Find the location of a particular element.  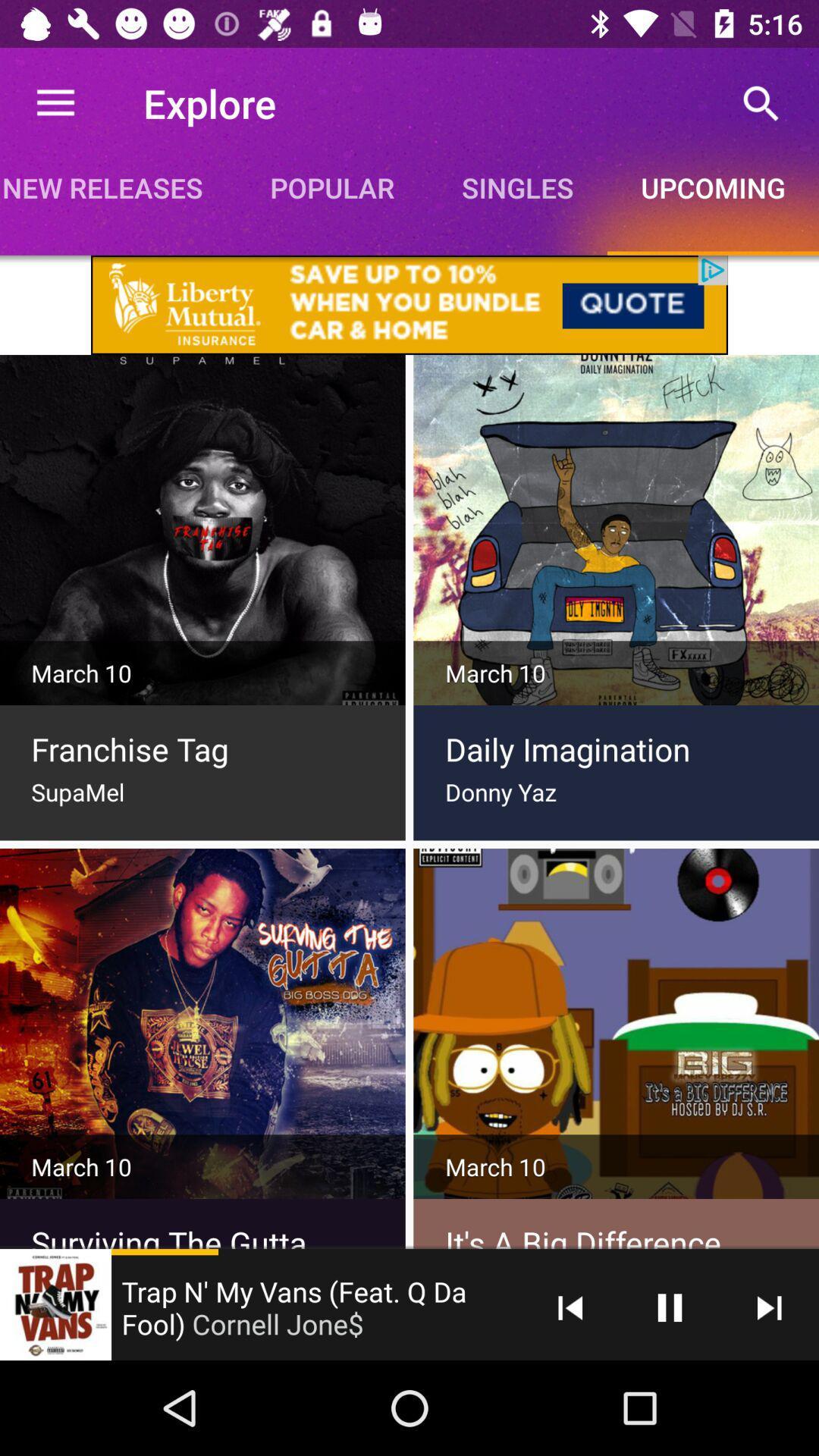

app next to the singles is located at coordinates (761, 102).